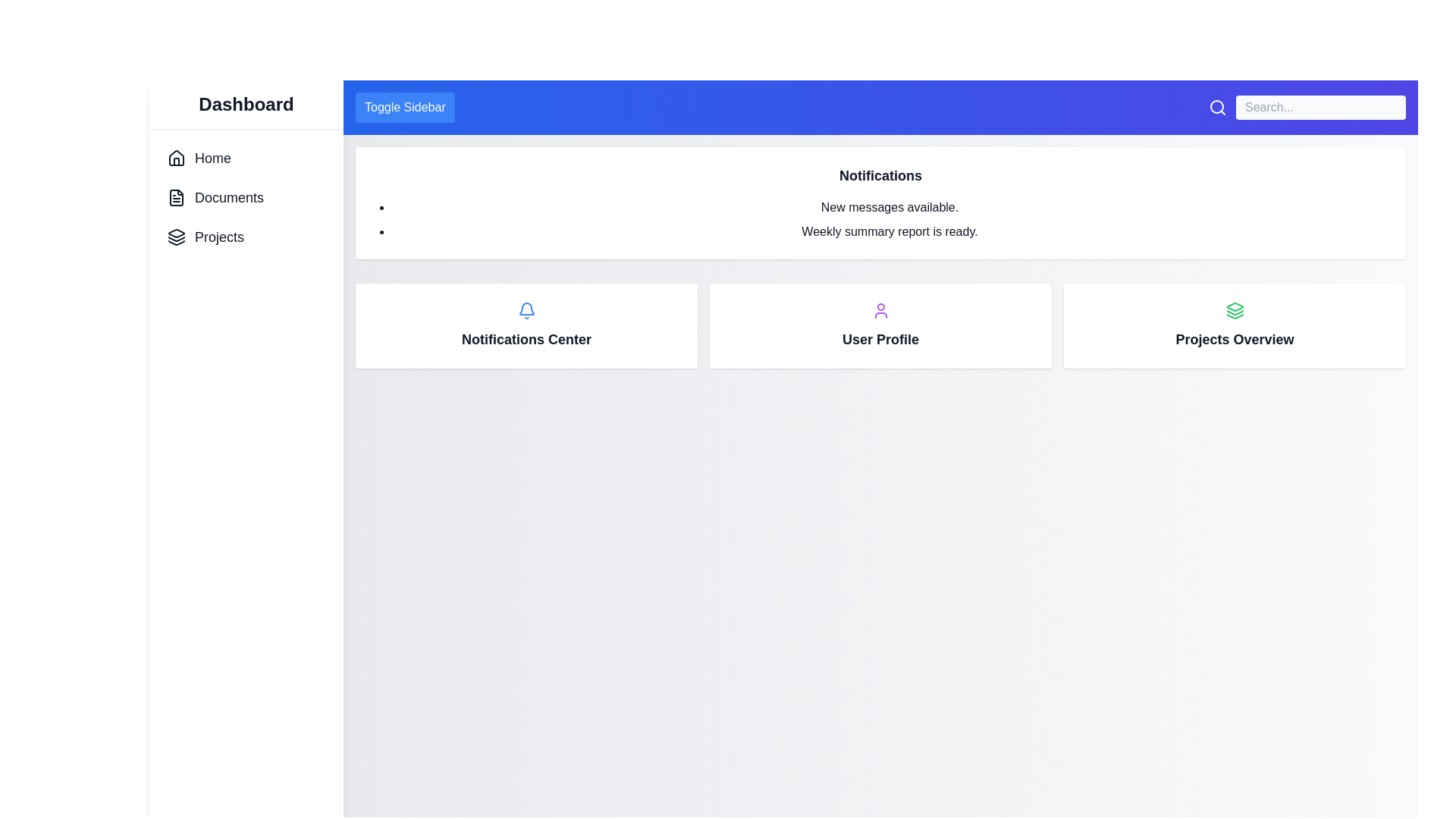  I want to click on the clickable card containing a purple user icon and the text 'User Profile' in bold black font, so click(880, 325).